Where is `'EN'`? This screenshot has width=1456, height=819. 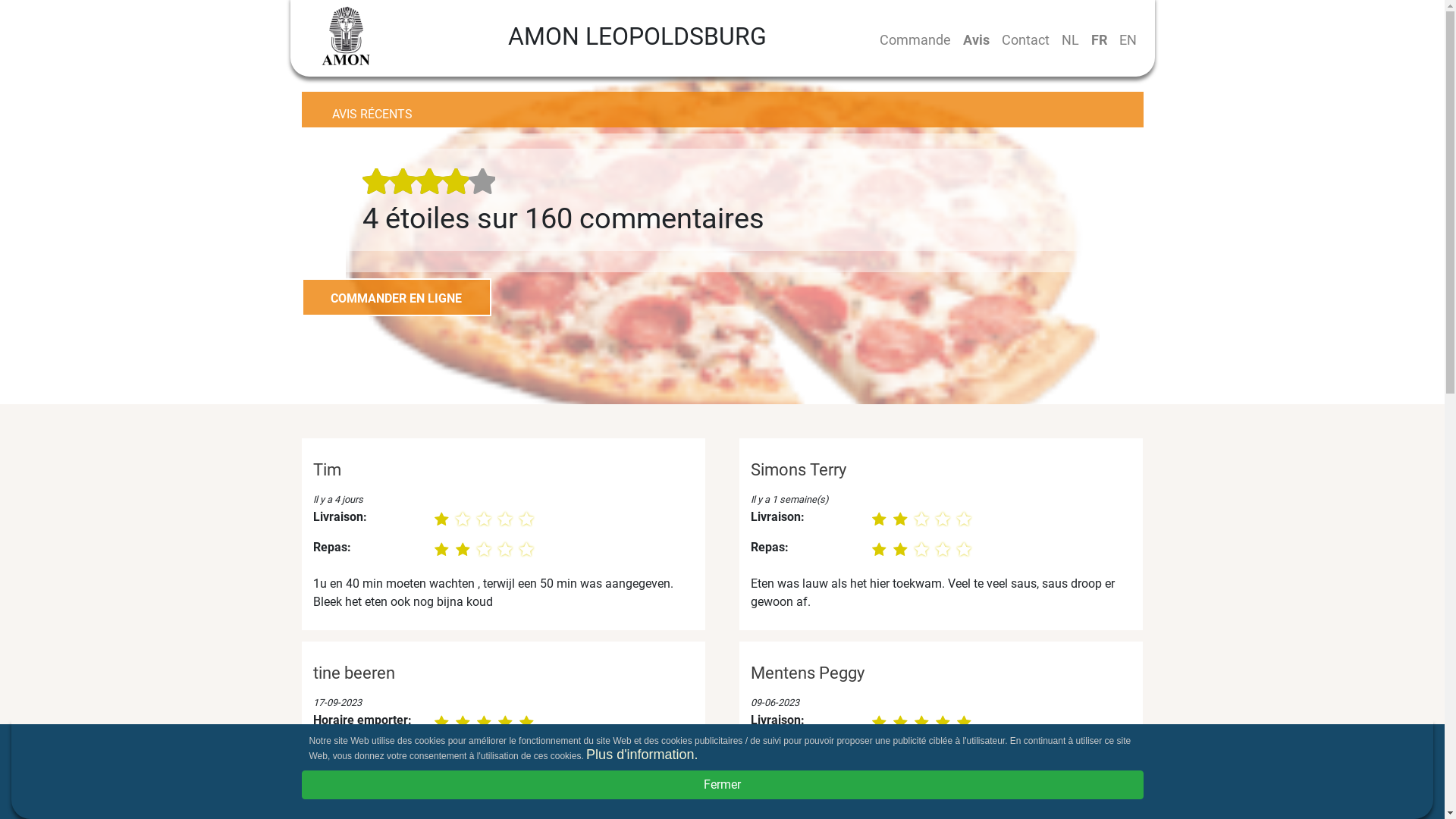
'EN' is located at coordinates (1128, 39).